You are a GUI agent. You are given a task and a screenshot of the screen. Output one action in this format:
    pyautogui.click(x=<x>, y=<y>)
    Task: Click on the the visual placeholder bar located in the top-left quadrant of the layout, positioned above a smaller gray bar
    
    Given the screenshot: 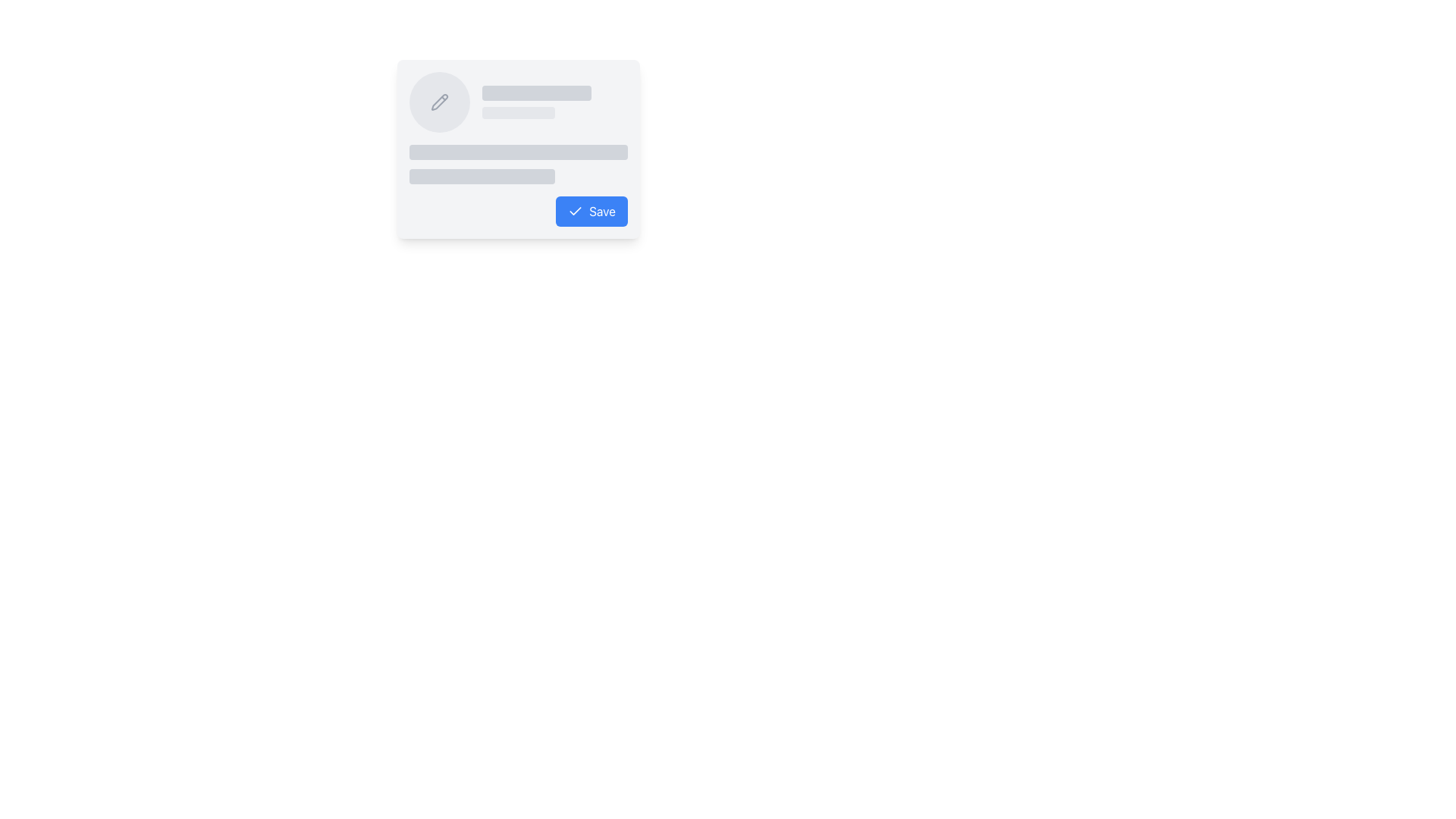 What is the action you would take?
    pyautogui.click(x=537, y=93)
    